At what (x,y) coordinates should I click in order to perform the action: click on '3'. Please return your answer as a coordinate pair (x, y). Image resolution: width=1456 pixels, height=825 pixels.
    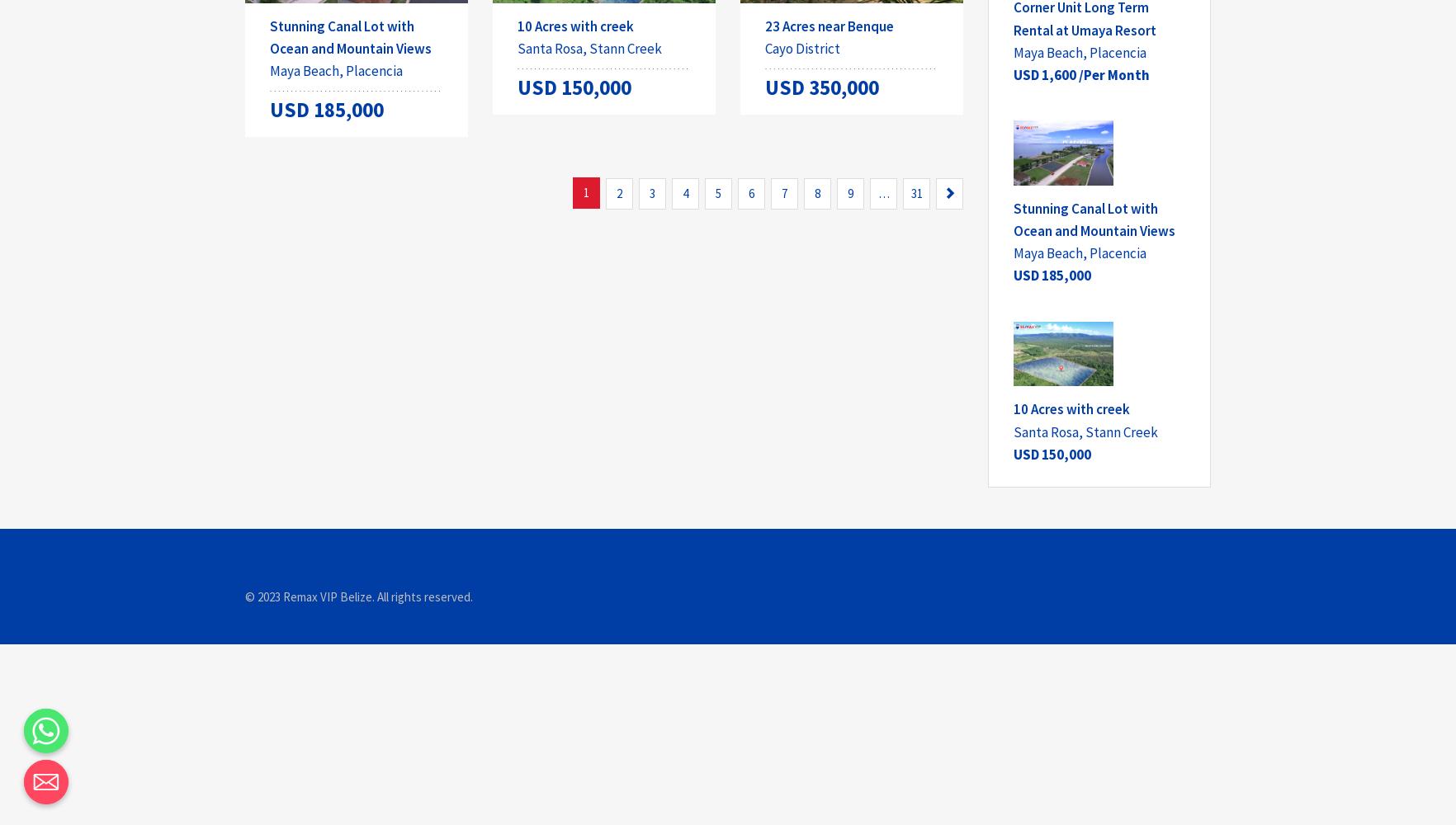
    Looking at the image, I should click on (652, 192).